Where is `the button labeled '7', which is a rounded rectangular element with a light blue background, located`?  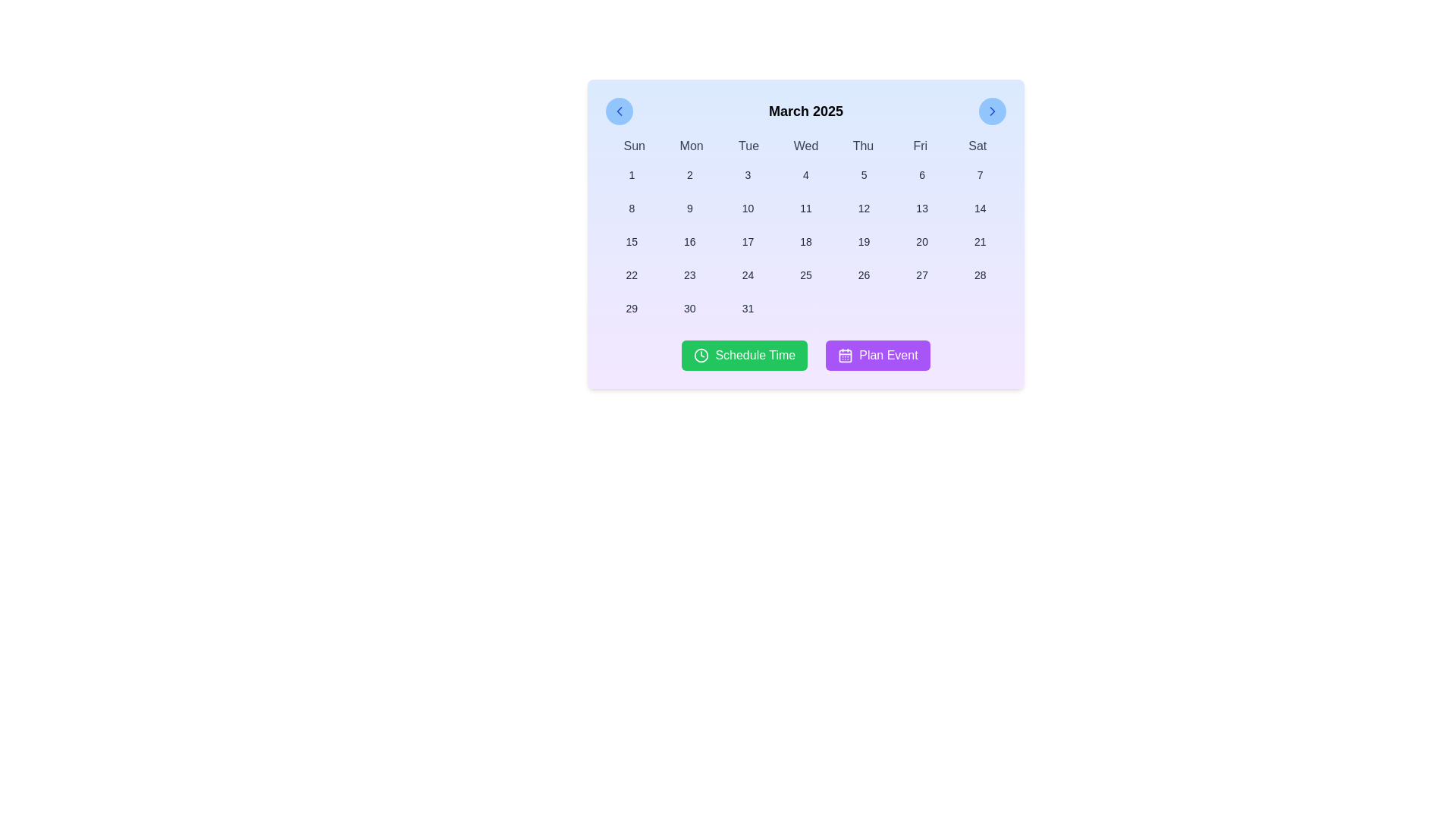 the button labeled '7', which is a rounded rectangular element with a light blue background, located is located at coordinates (980, 174).